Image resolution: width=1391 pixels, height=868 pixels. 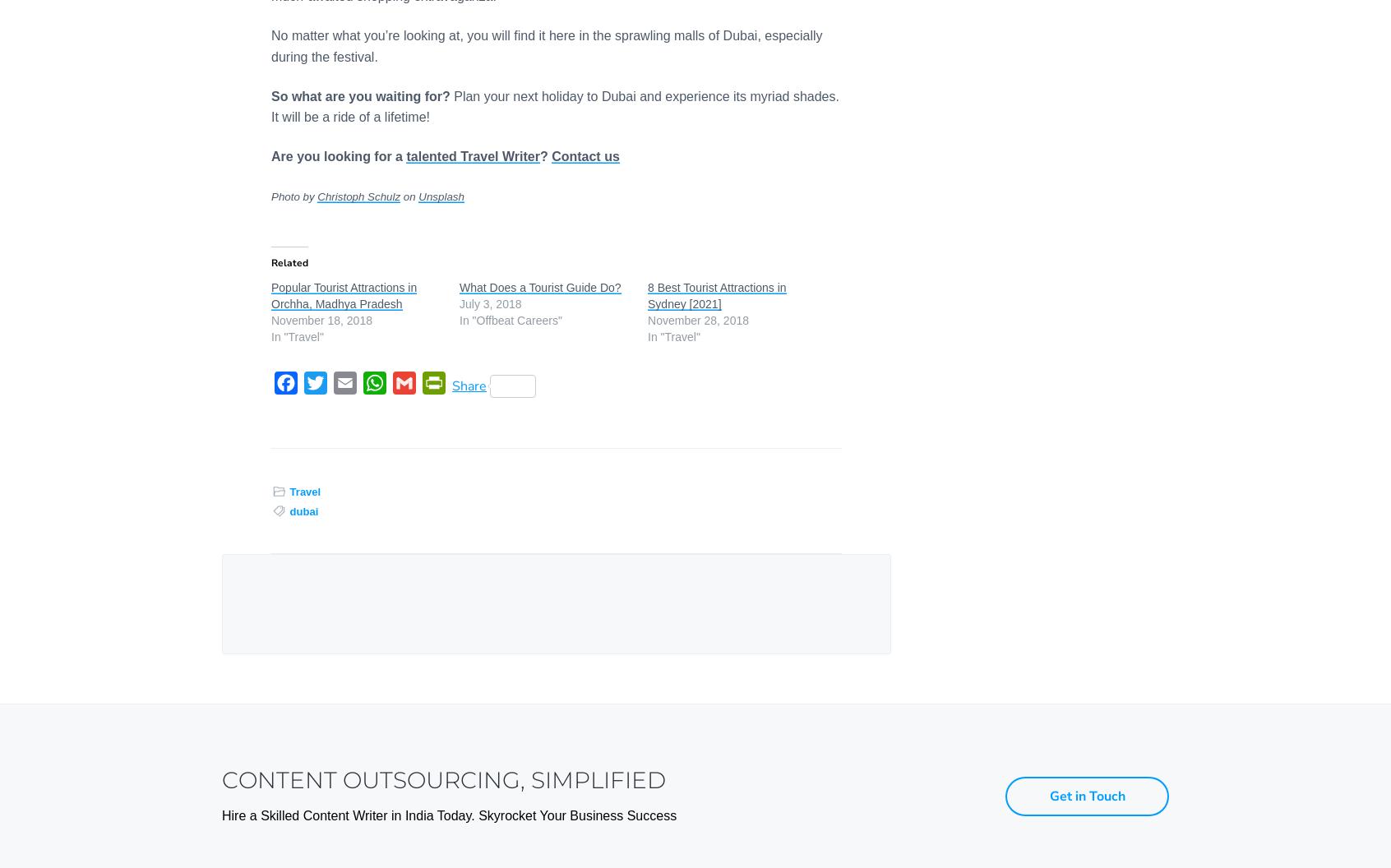 What do you see at coordinates (289, 262) in the screenshot?
I see `'Related'` at bounding box center [289, 262].